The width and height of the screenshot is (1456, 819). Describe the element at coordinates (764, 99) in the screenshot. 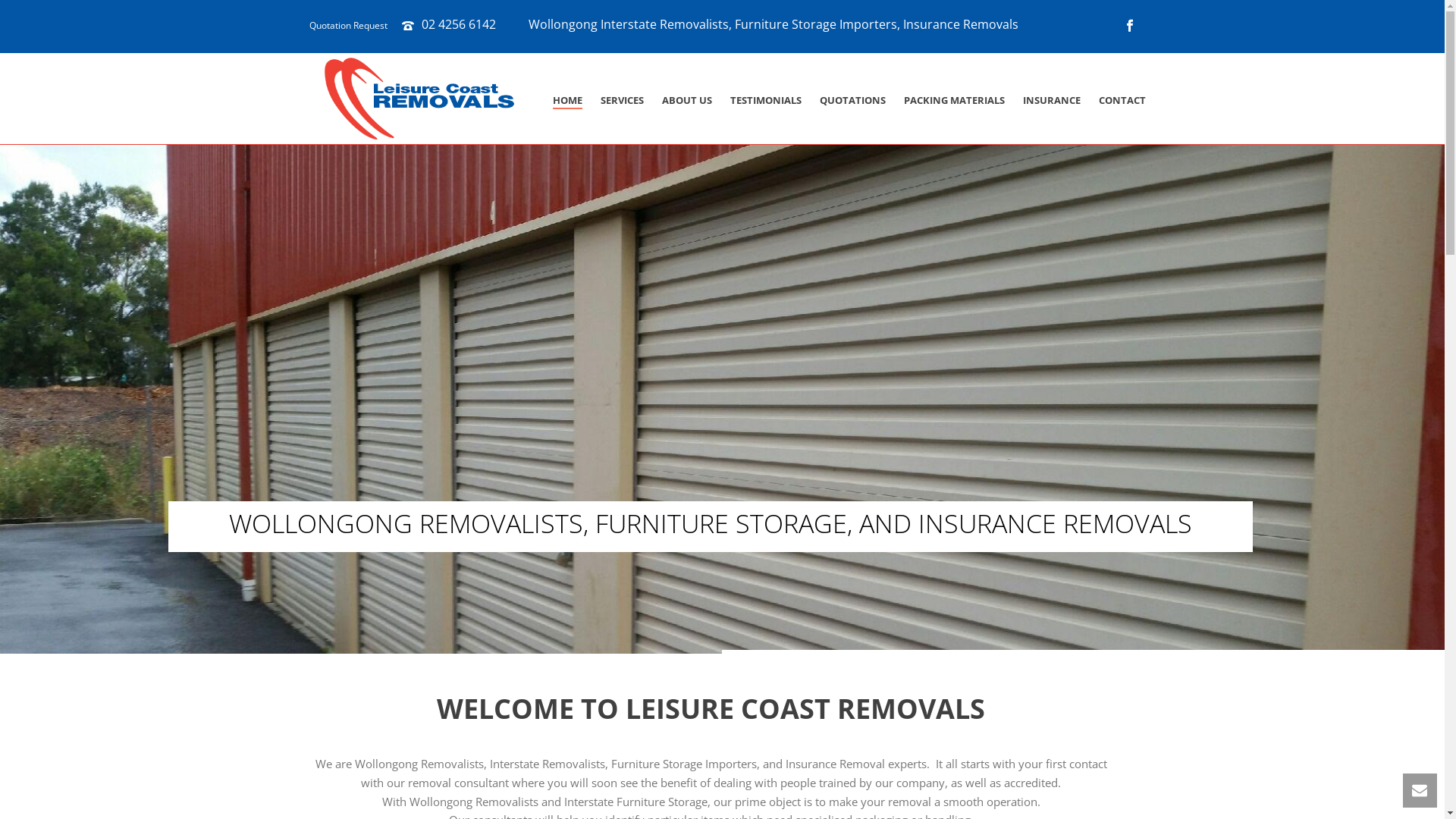

I see `'TESTIMONIALS'` at that location.